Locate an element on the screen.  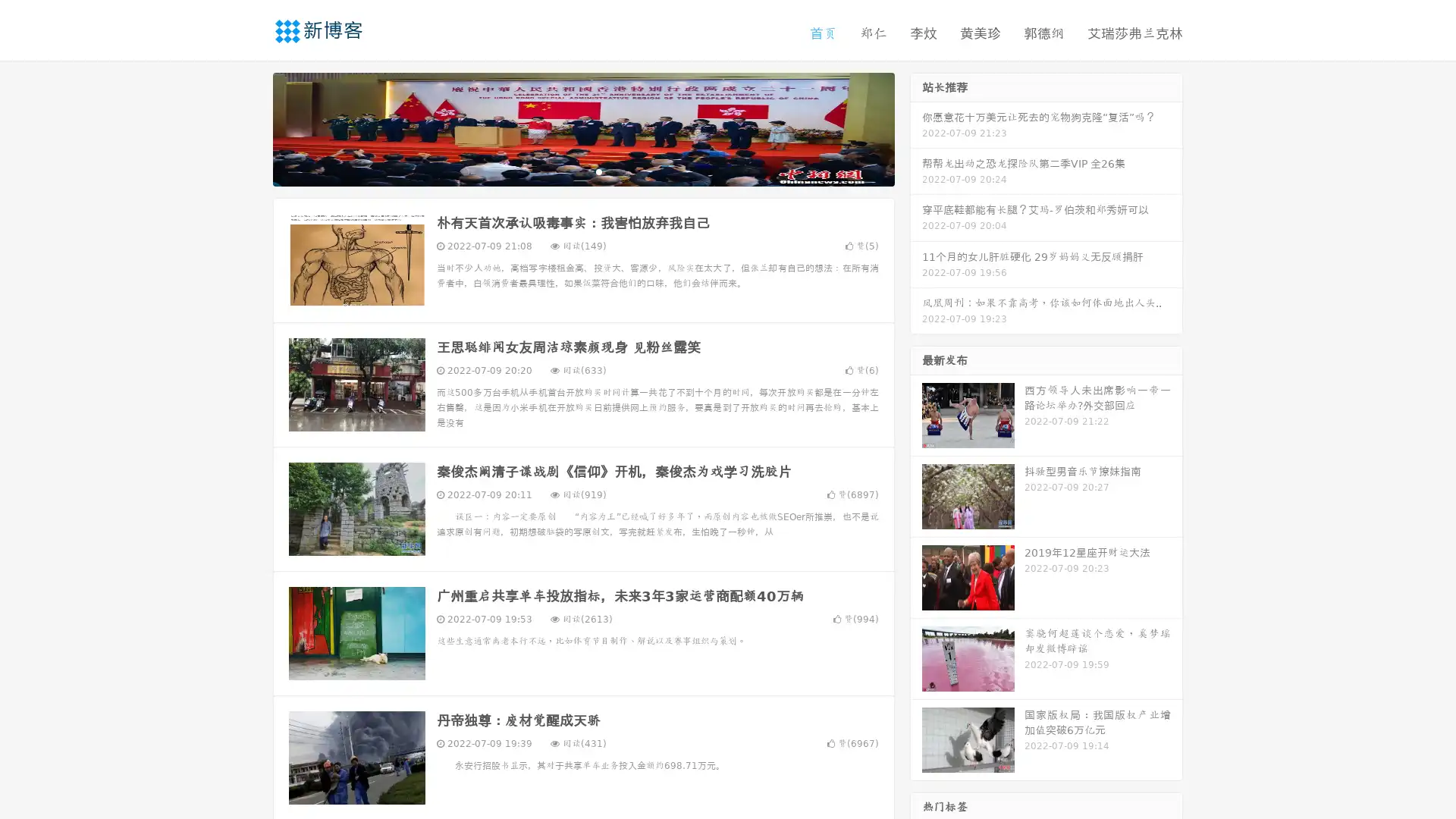
Go to slide 3 is located at coordinates (598, 171).